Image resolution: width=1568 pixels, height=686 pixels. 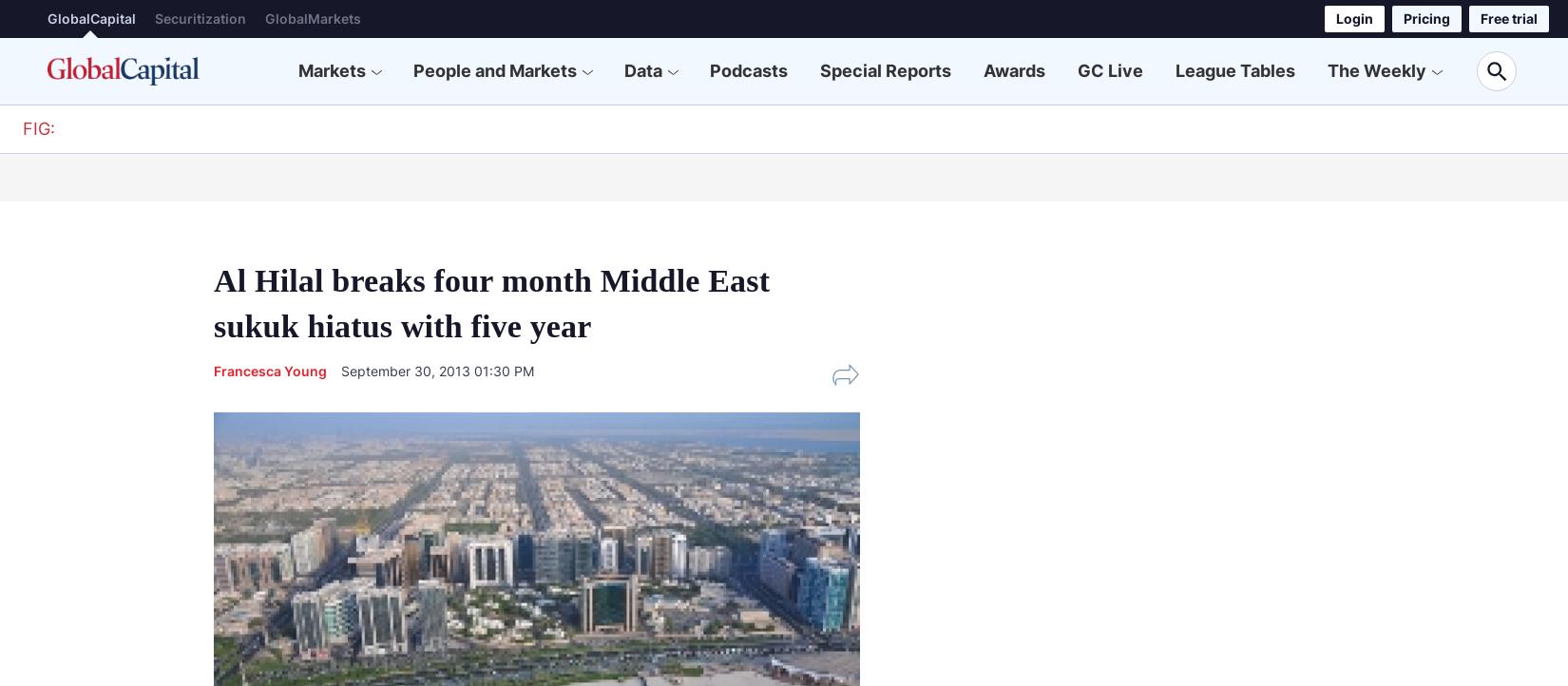 I want to click on 'GlobalMarkets', so click(x=313, y=18).